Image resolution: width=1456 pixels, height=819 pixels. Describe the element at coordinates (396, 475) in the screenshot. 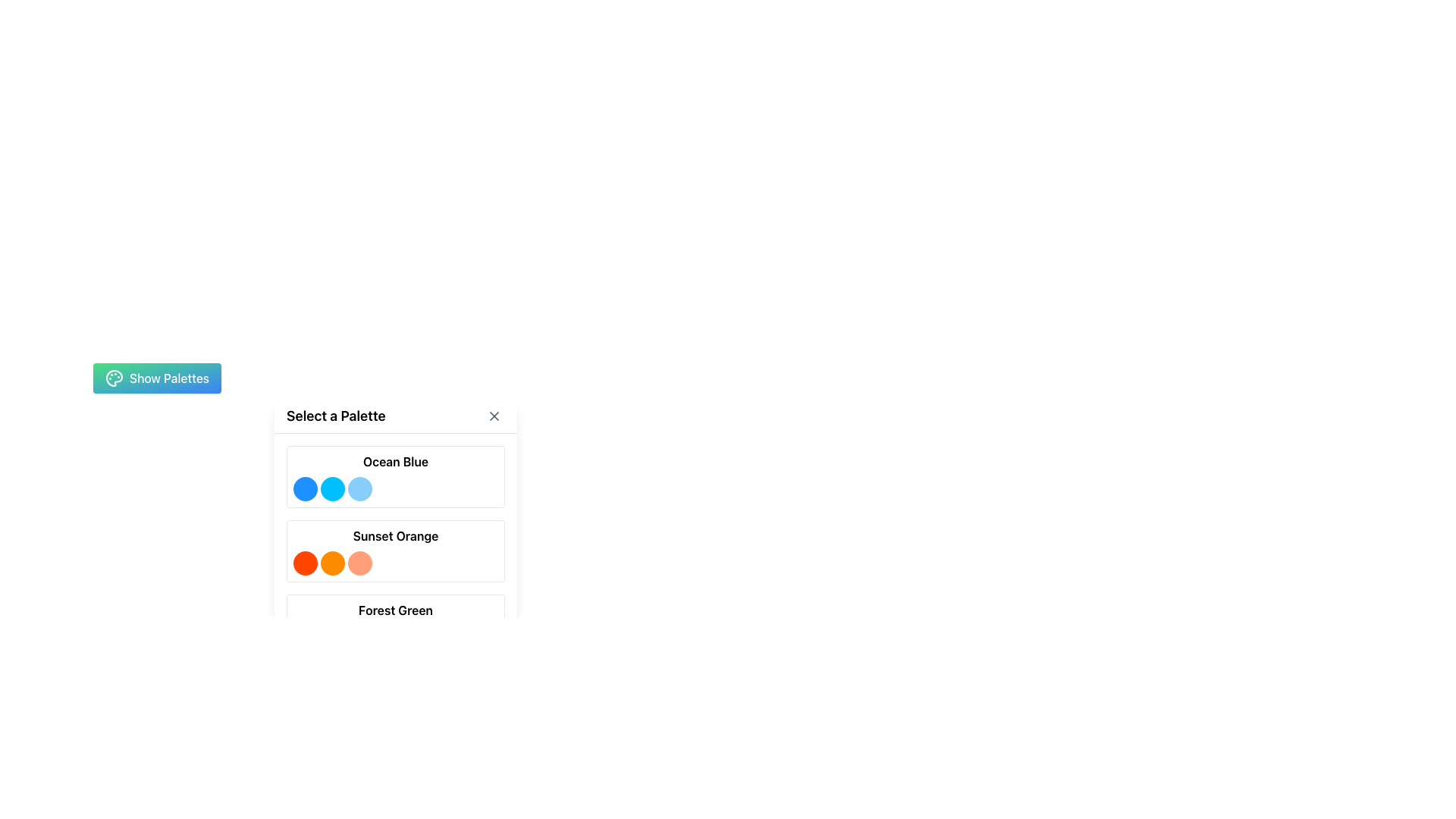

I see `color swatches in the section labeled 'Ocean Blue', which contains three circular swatches in various shades of blue` at that location.